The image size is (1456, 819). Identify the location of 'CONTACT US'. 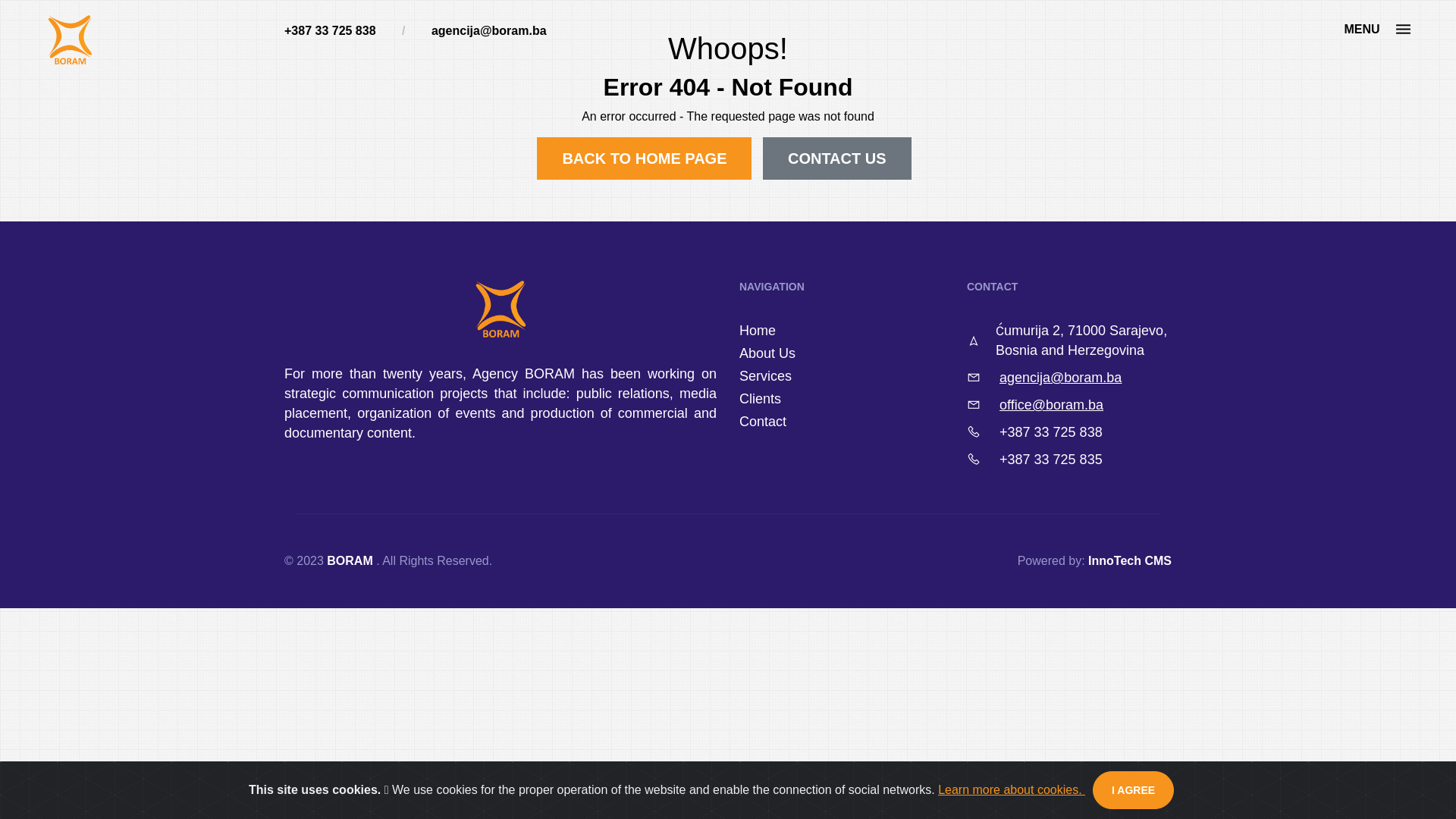
(836, 158).